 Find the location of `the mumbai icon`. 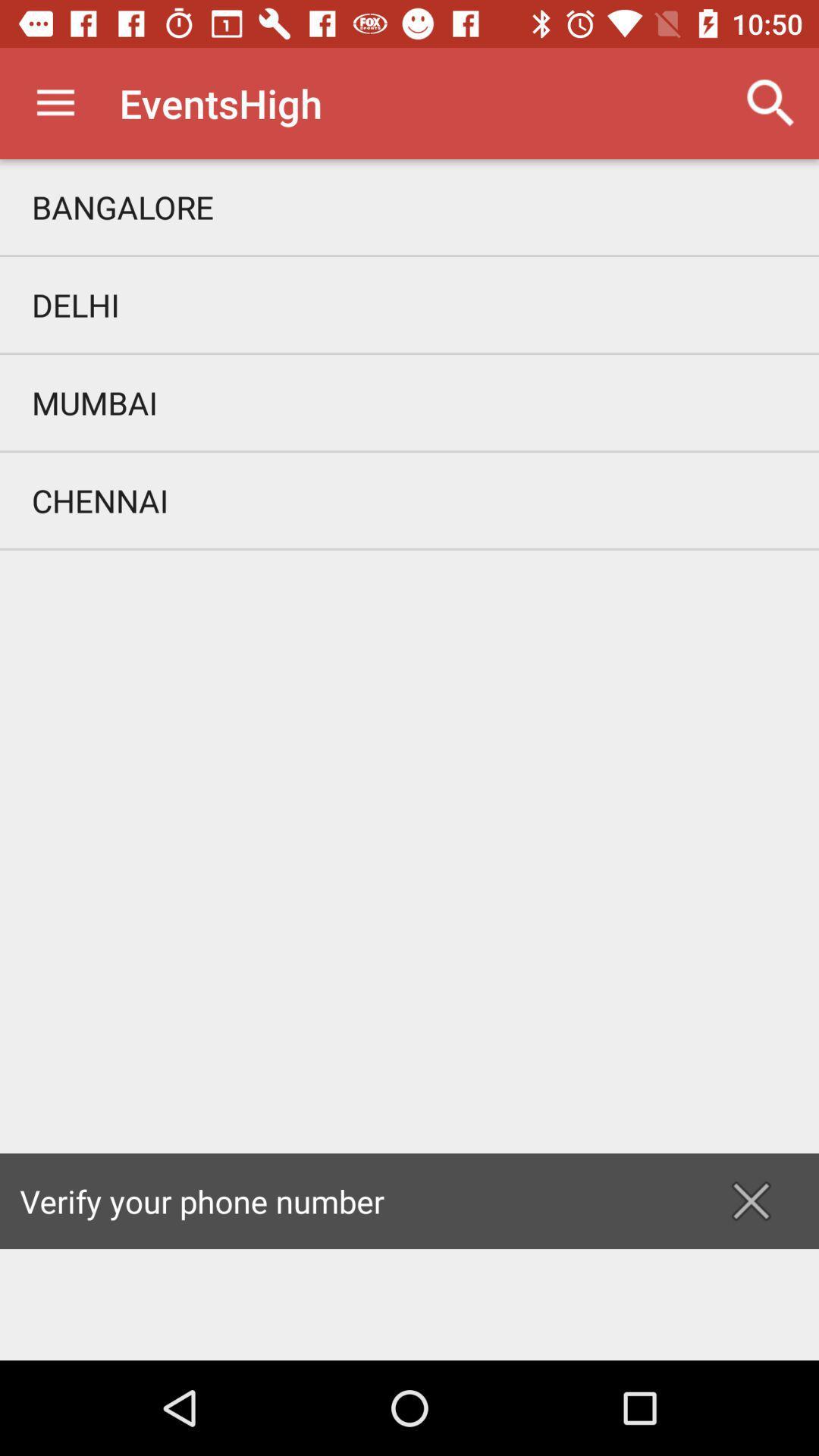

the mumbai icon is located at coordinates (409, 403).